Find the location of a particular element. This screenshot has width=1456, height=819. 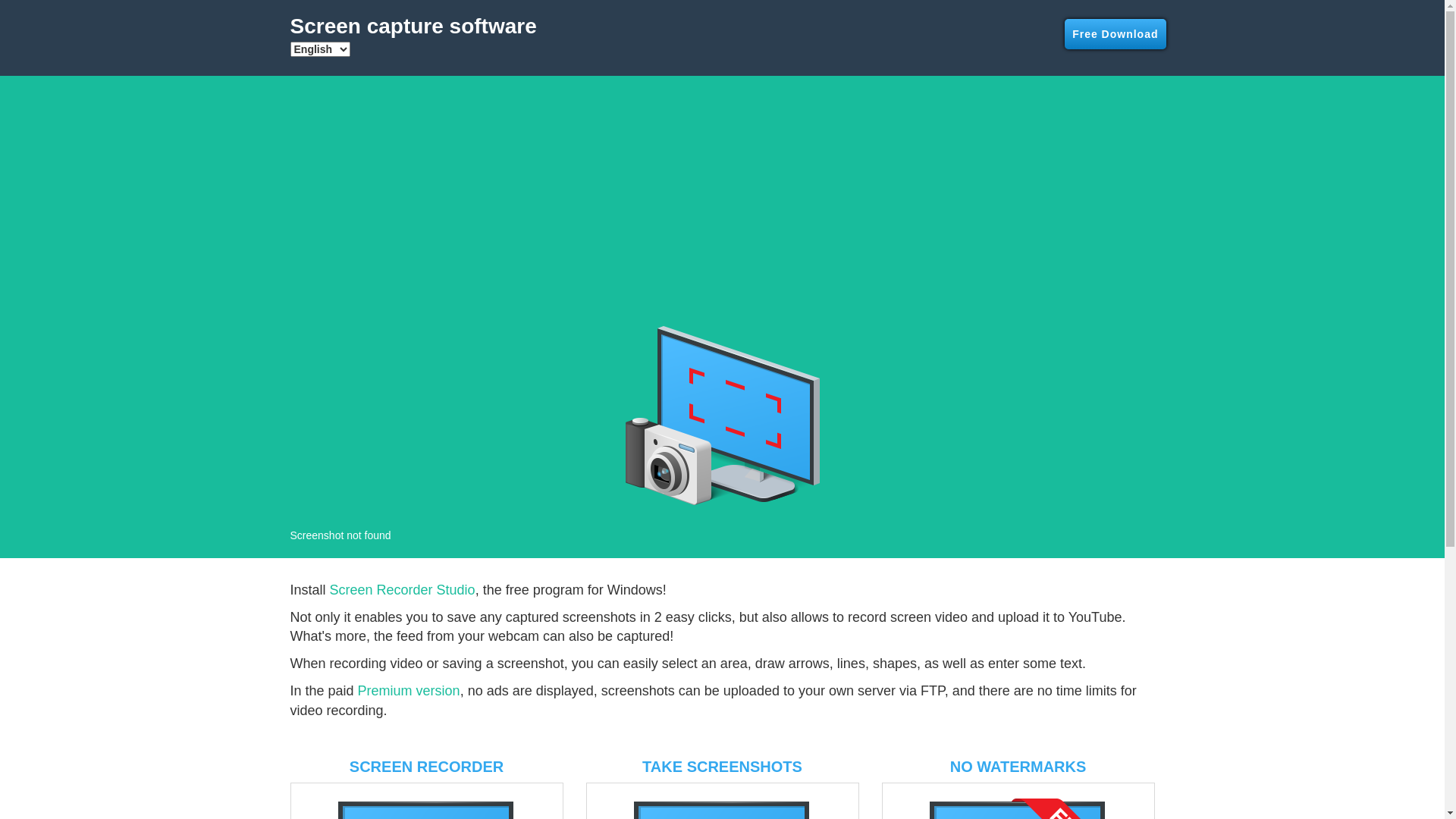

'Premium version' is located at coordinates (409, 690).